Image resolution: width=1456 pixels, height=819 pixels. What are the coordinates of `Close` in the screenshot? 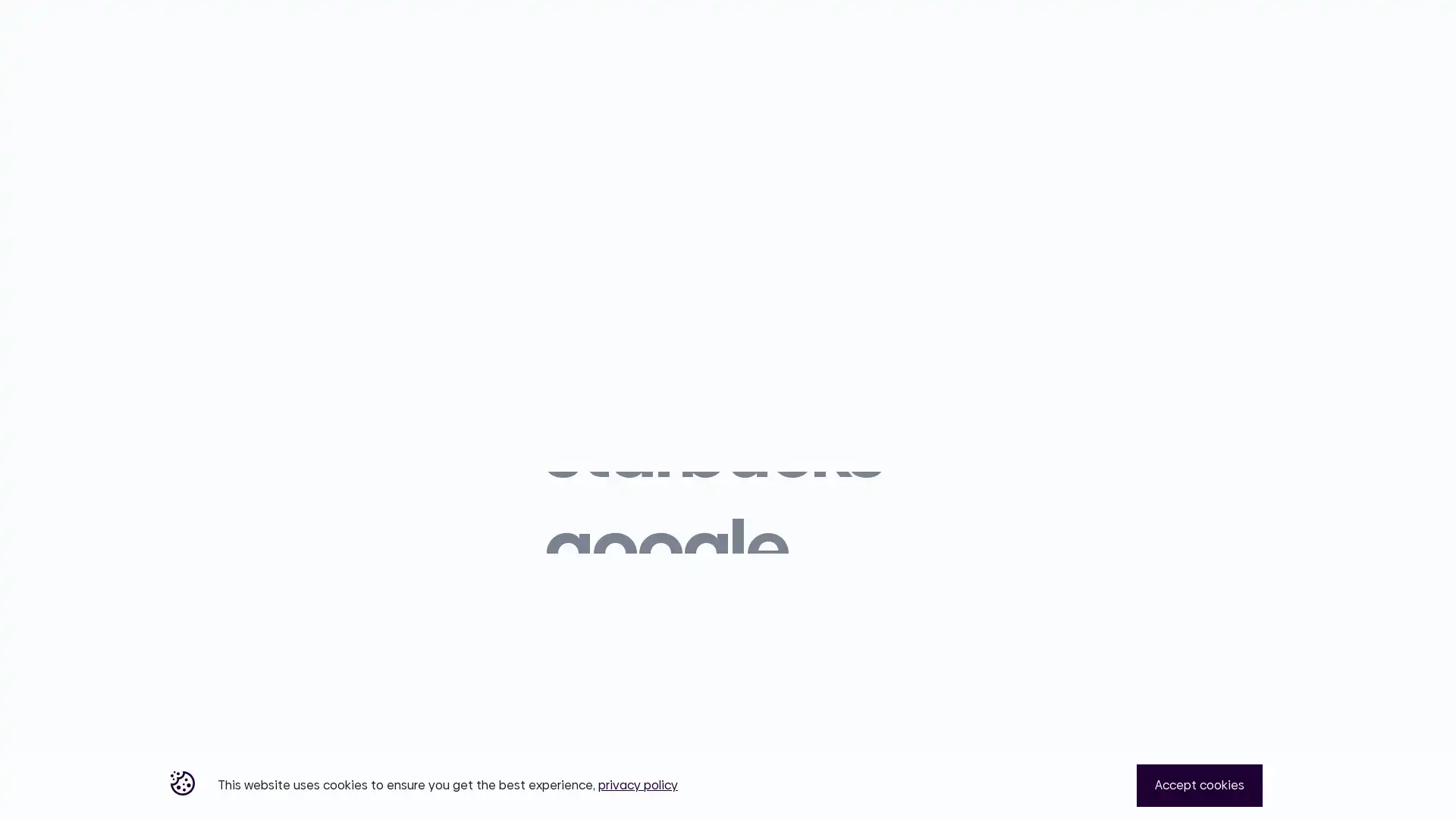 It's located at (1273, 786).